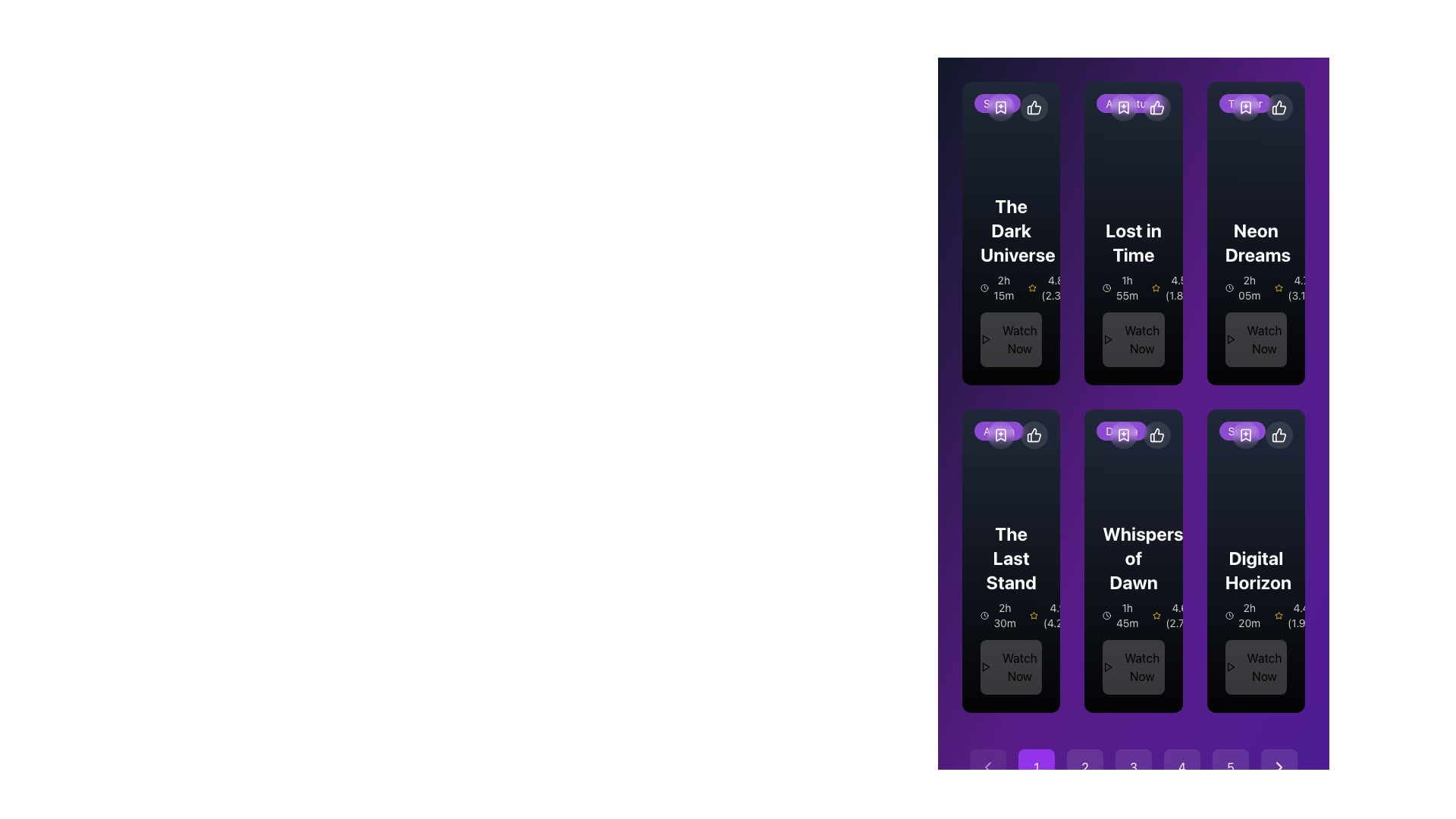 This screenshot has height=819, width=1456. Describe the element at coordinates (1245, 435) in the screenshot. I see `the Bookmark Icon located in the top-right section of the 'Digital Horizon' card to bookmark the item` at that location.